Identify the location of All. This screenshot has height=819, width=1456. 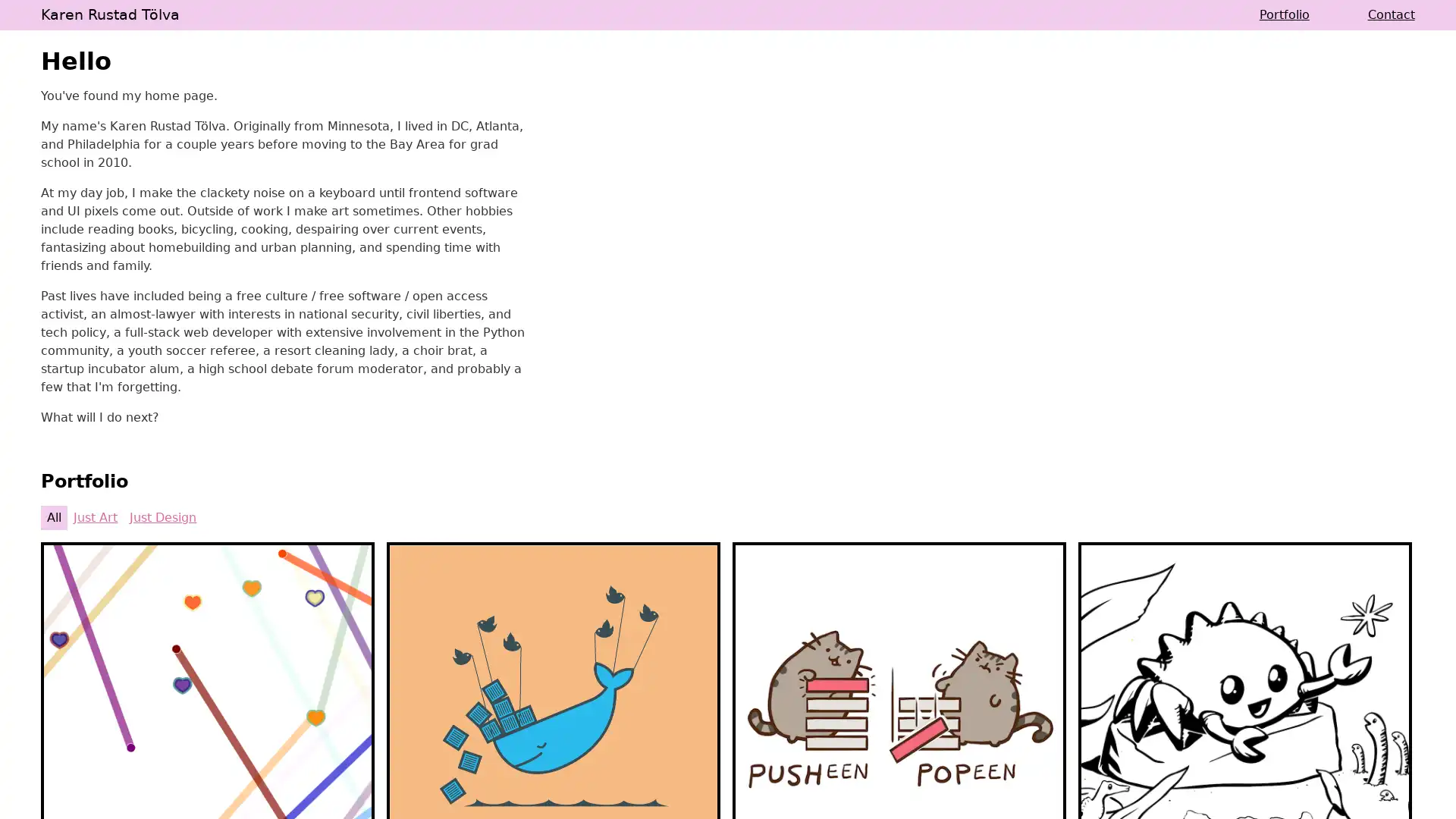
(54, 516).